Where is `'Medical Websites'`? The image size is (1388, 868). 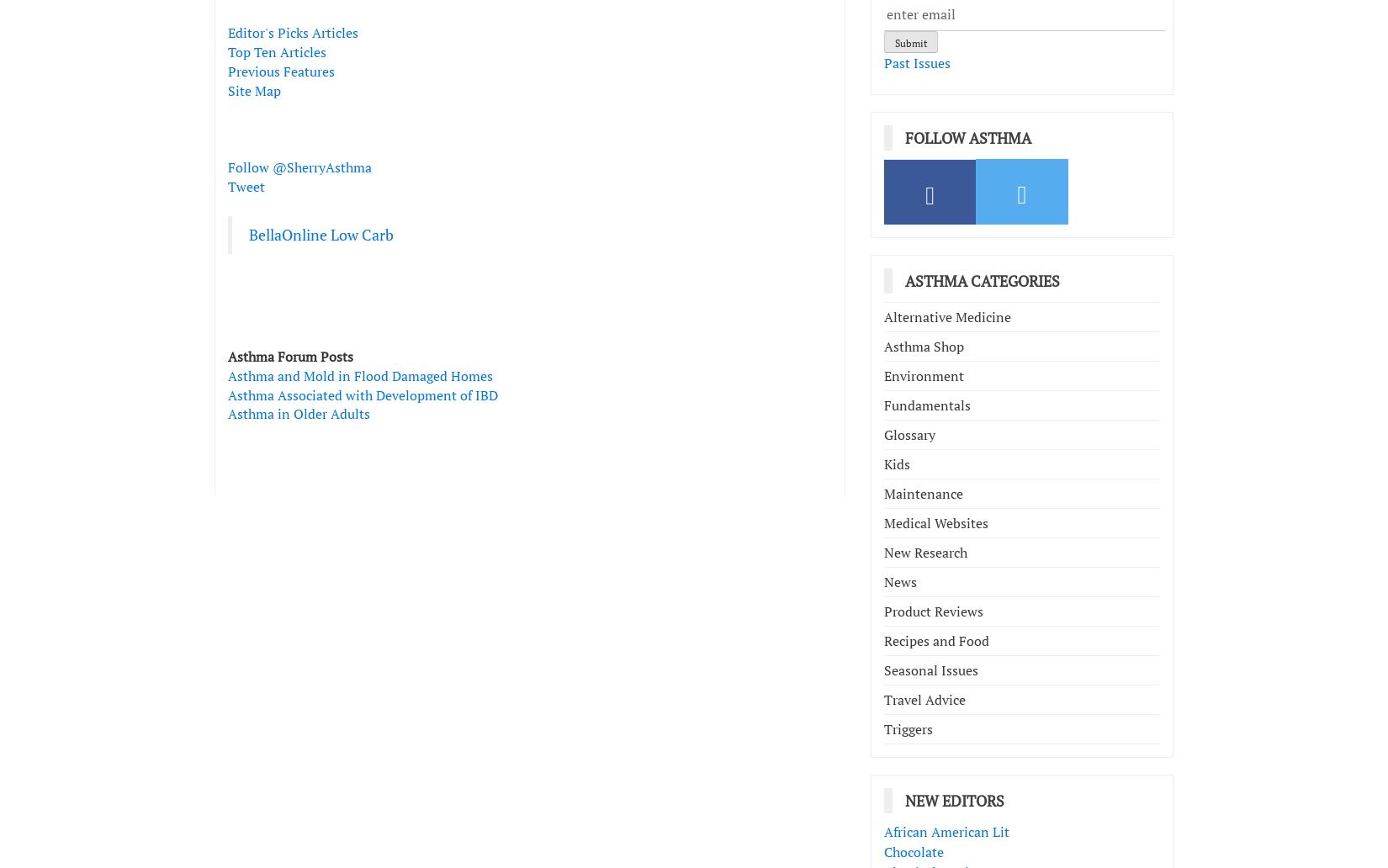
'Medical Websites' is located at coordinates (935, 522).